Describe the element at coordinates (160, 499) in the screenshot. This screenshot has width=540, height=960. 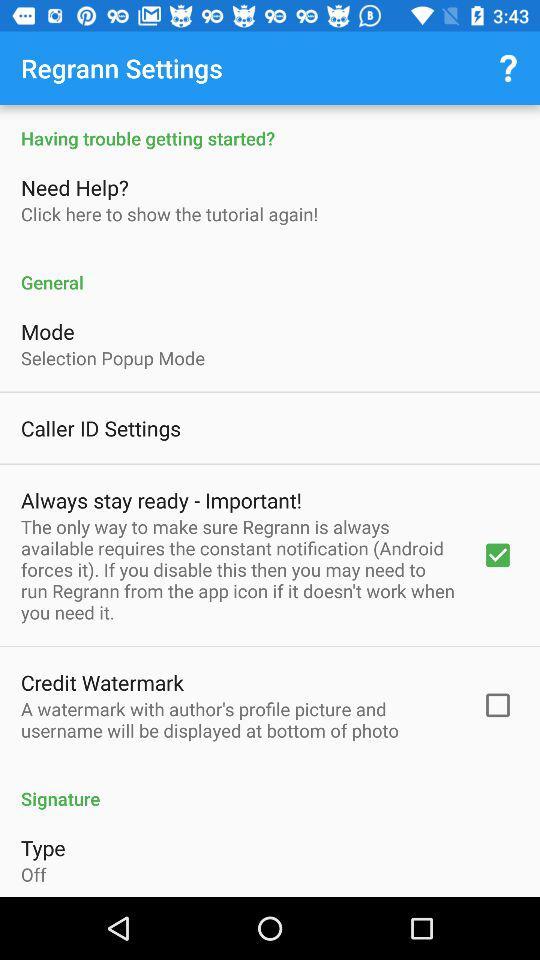
I see `the icon above the only way icon` at that location.